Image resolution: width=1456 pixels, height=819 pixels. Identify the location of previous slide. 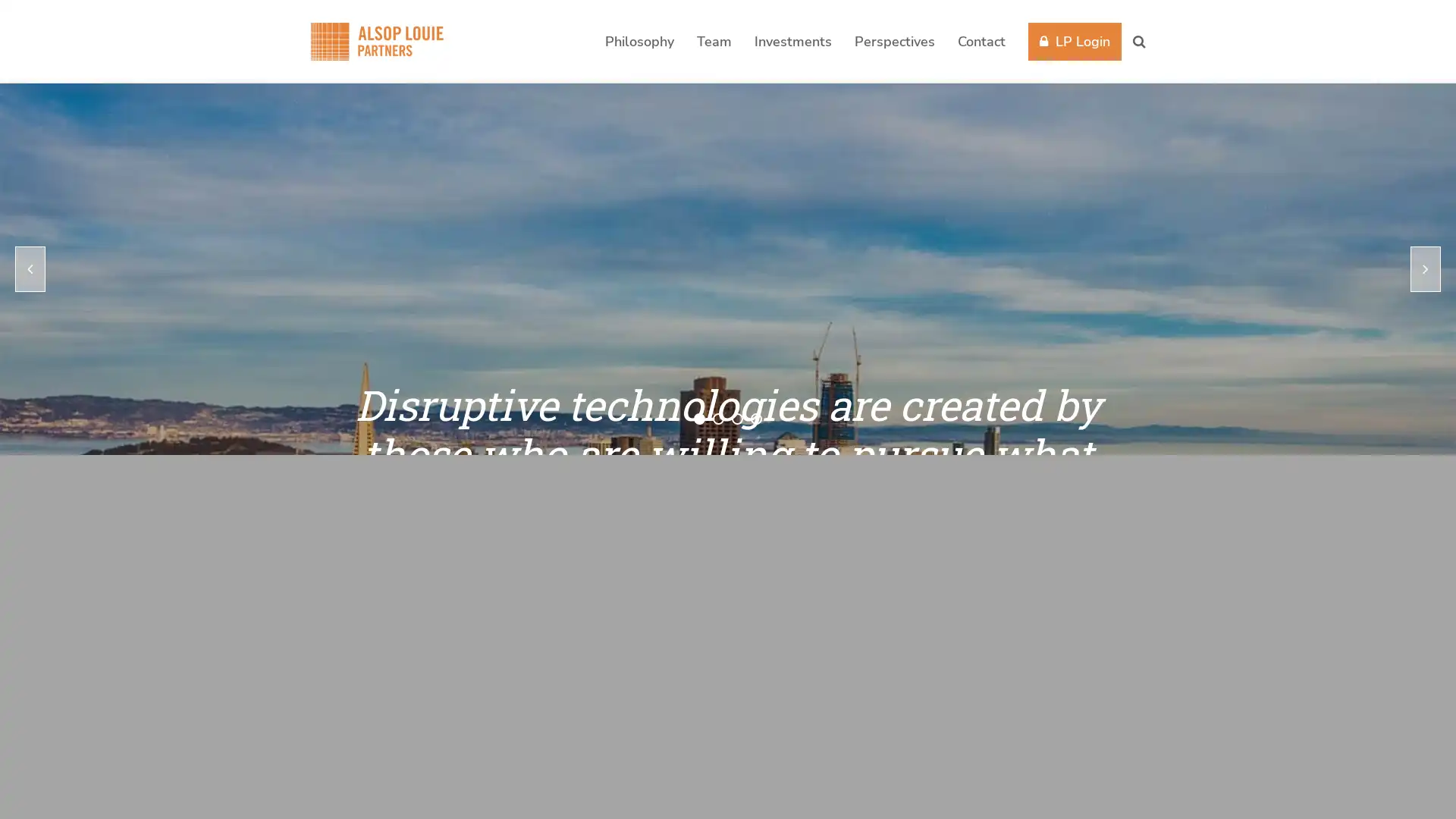
(30, 450).